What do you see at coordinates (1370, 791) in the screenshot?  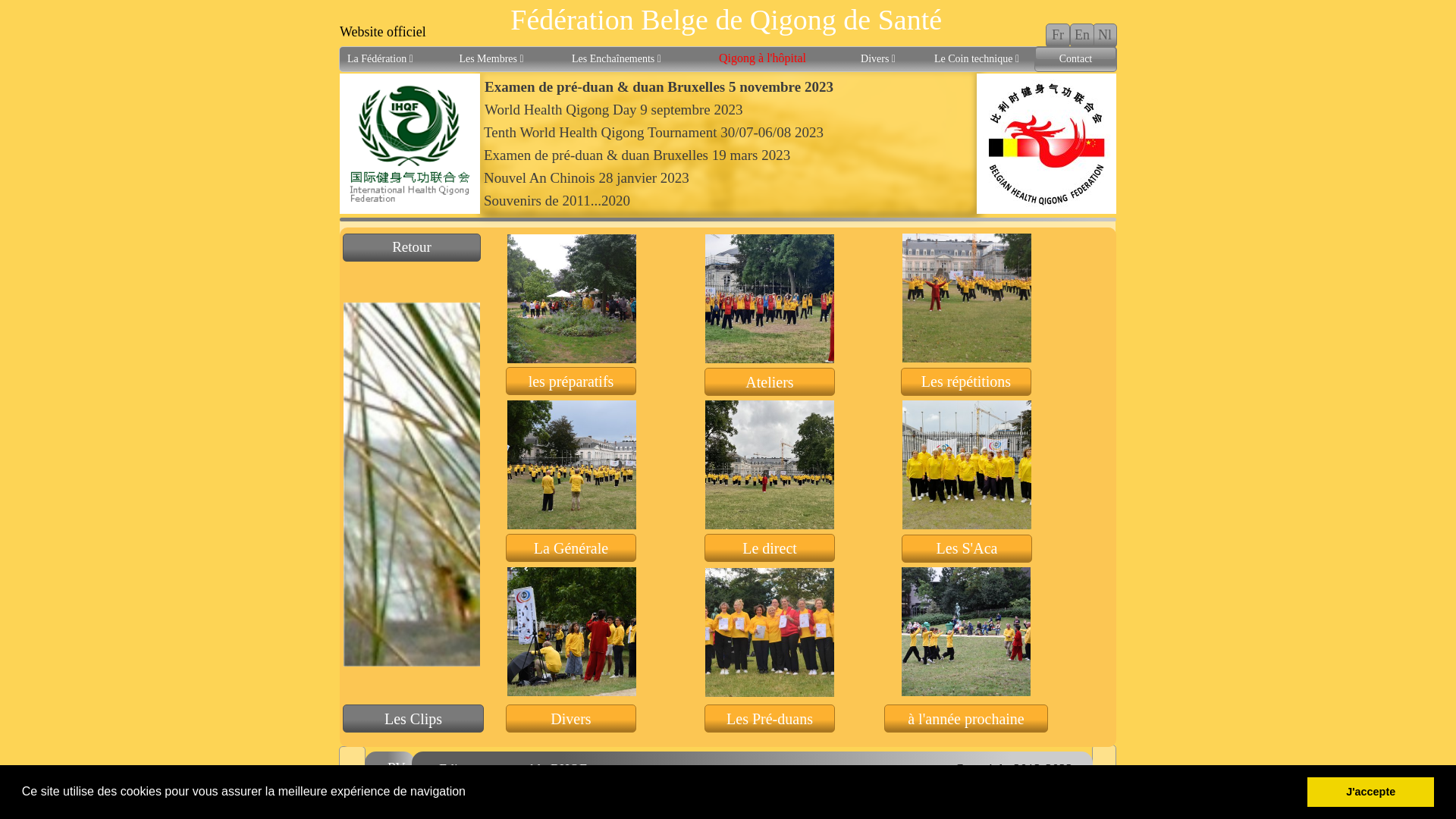 I see `'J'accepte'` at bounding box center [1370, 791].